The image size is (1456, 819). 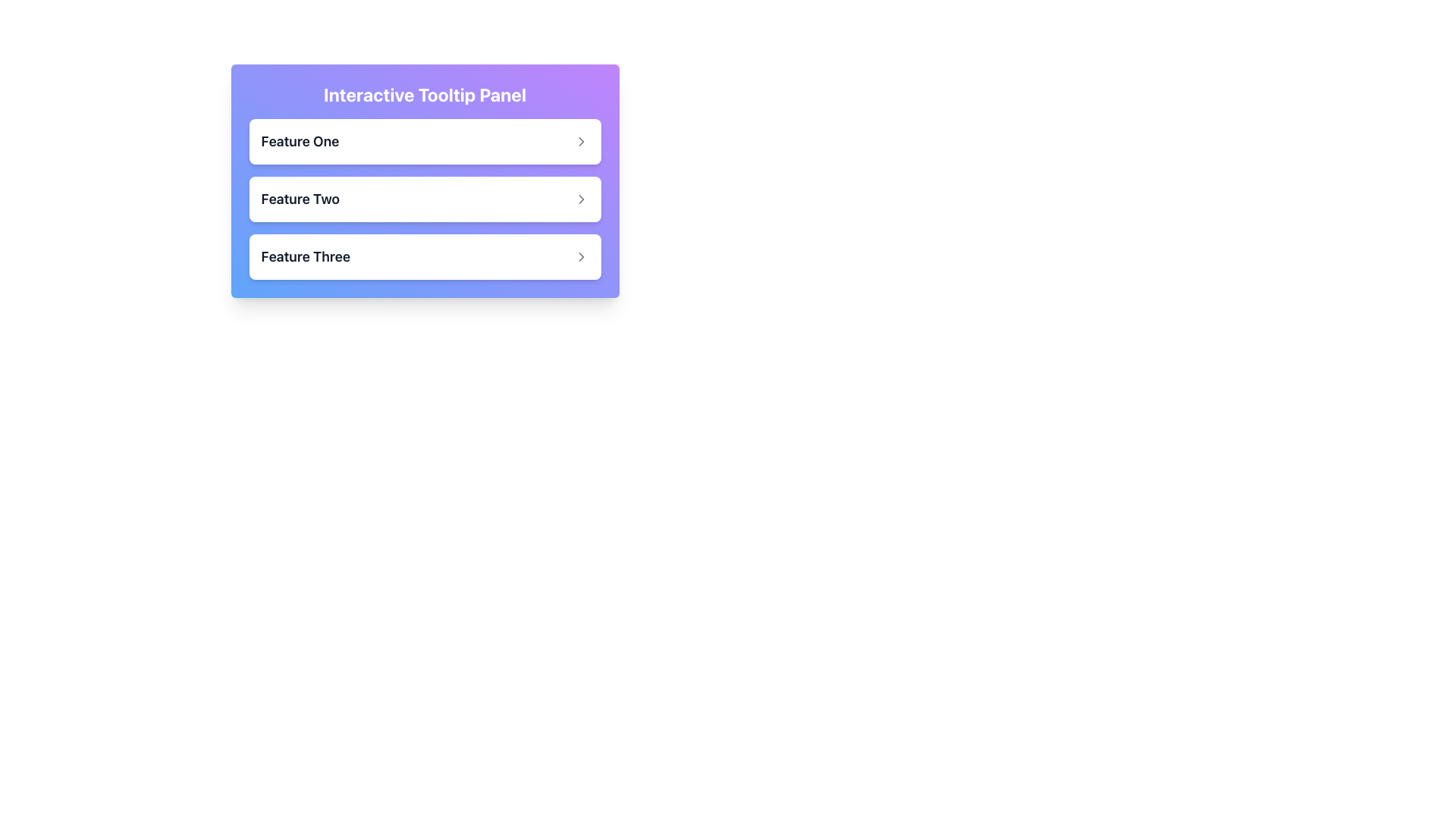 I want to click on the interactive indicator icon positioned to the right of the 'Feature Two' label, which suggests further details or navigation, so click(x=580, y=198).